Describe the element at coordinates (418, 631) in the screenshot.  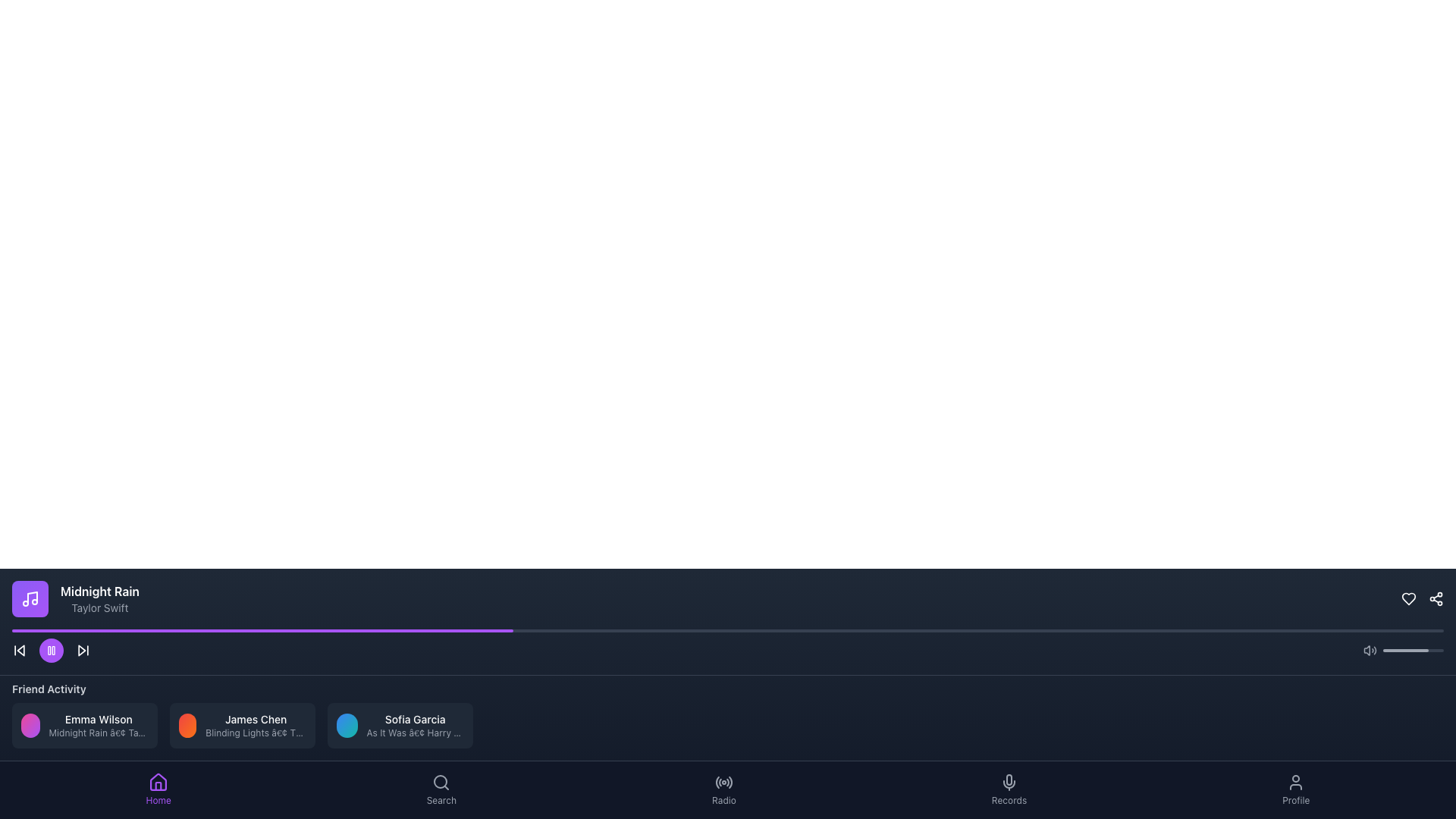
I see `the progress bar` at that location.